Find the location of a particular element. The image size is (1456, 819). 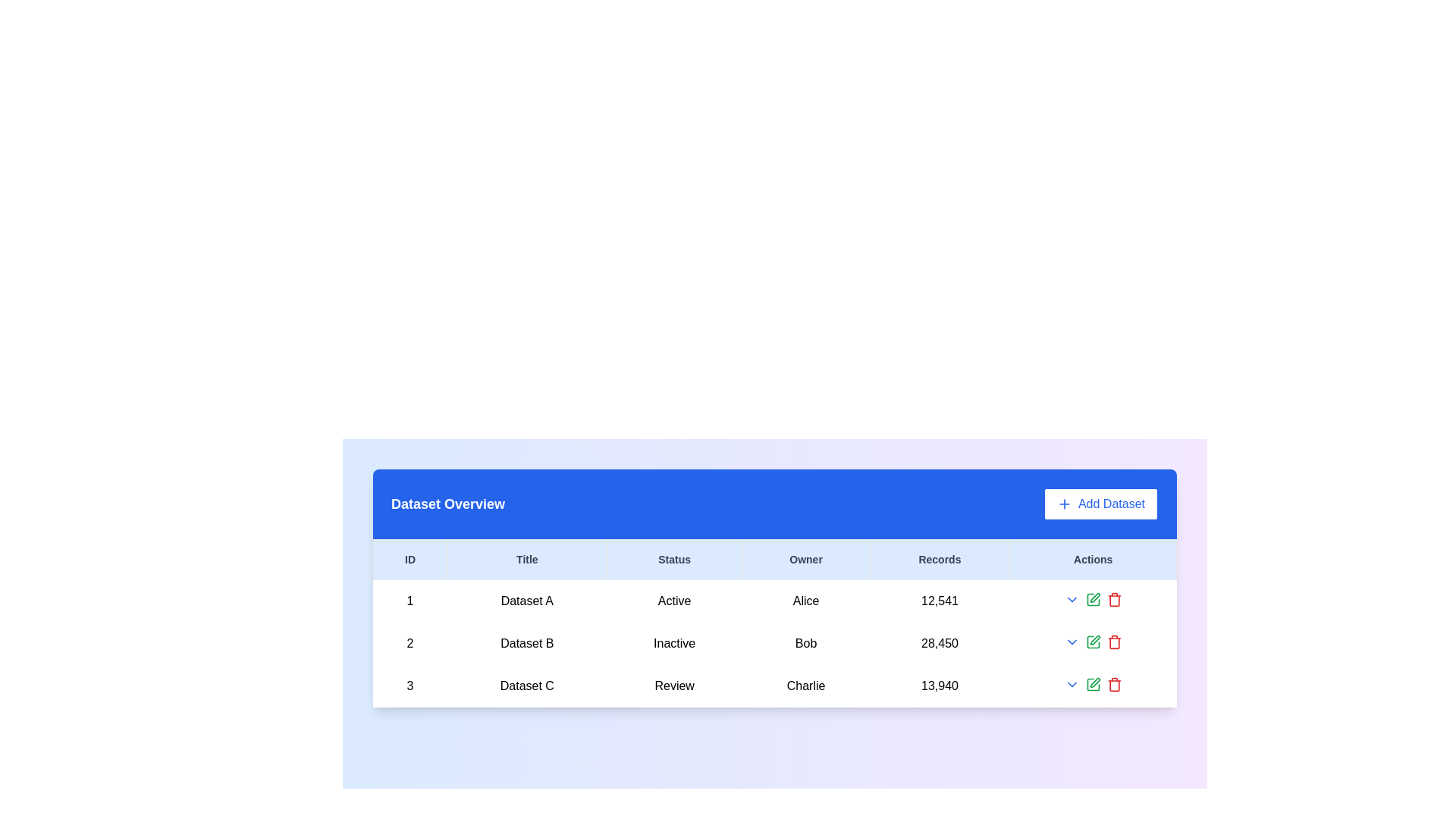

the numeric text '12,541' located in the fifth column of the first row under the 'Dataset Overview' header is located at coordinates (939, 601).